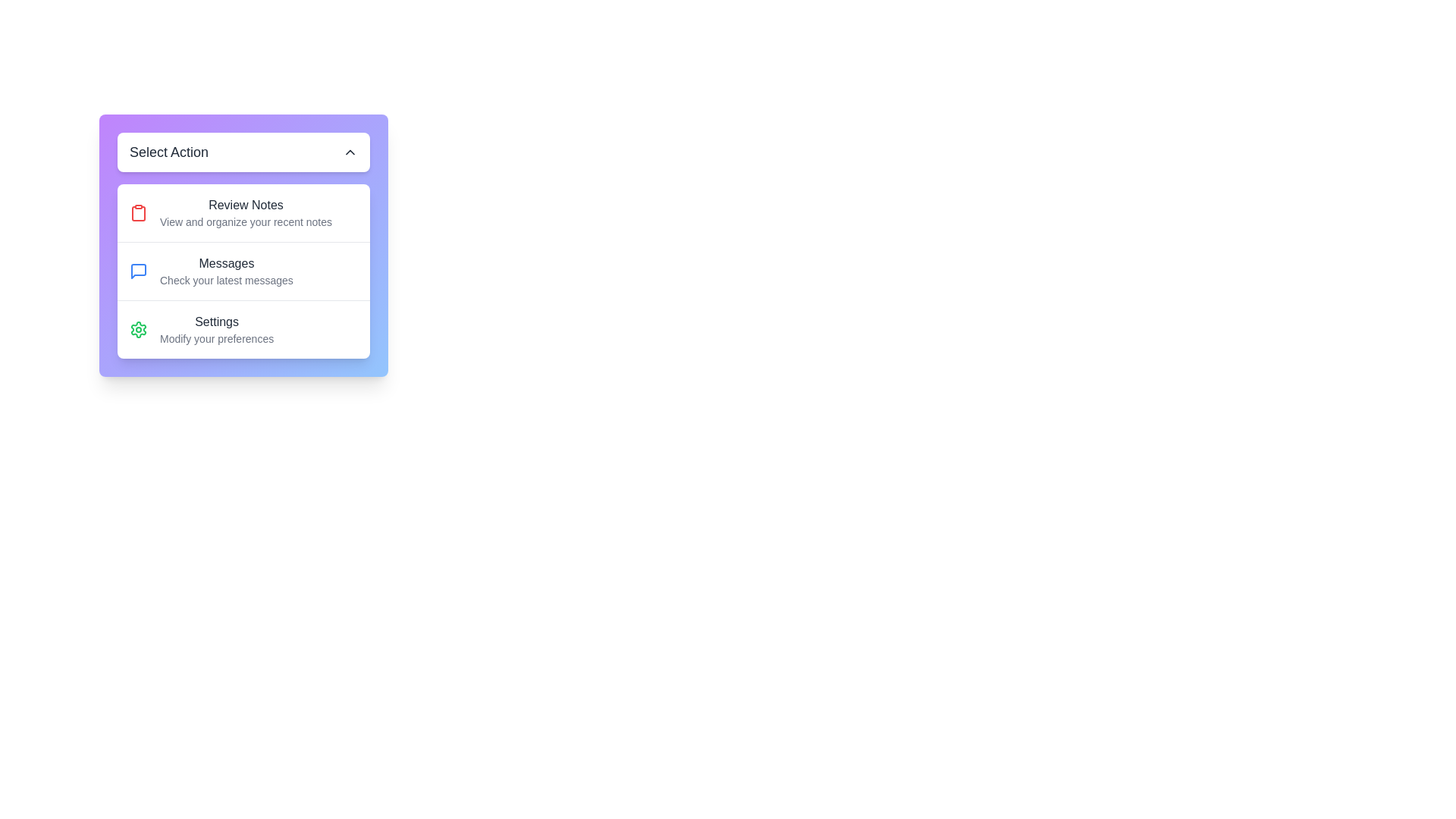 The height and width of the screenshot is (819, 1456). Describe the element at coordinates (243, 245) in the screenshot. I see `the Interactive menu or selection list element with a gradient background` at that location.